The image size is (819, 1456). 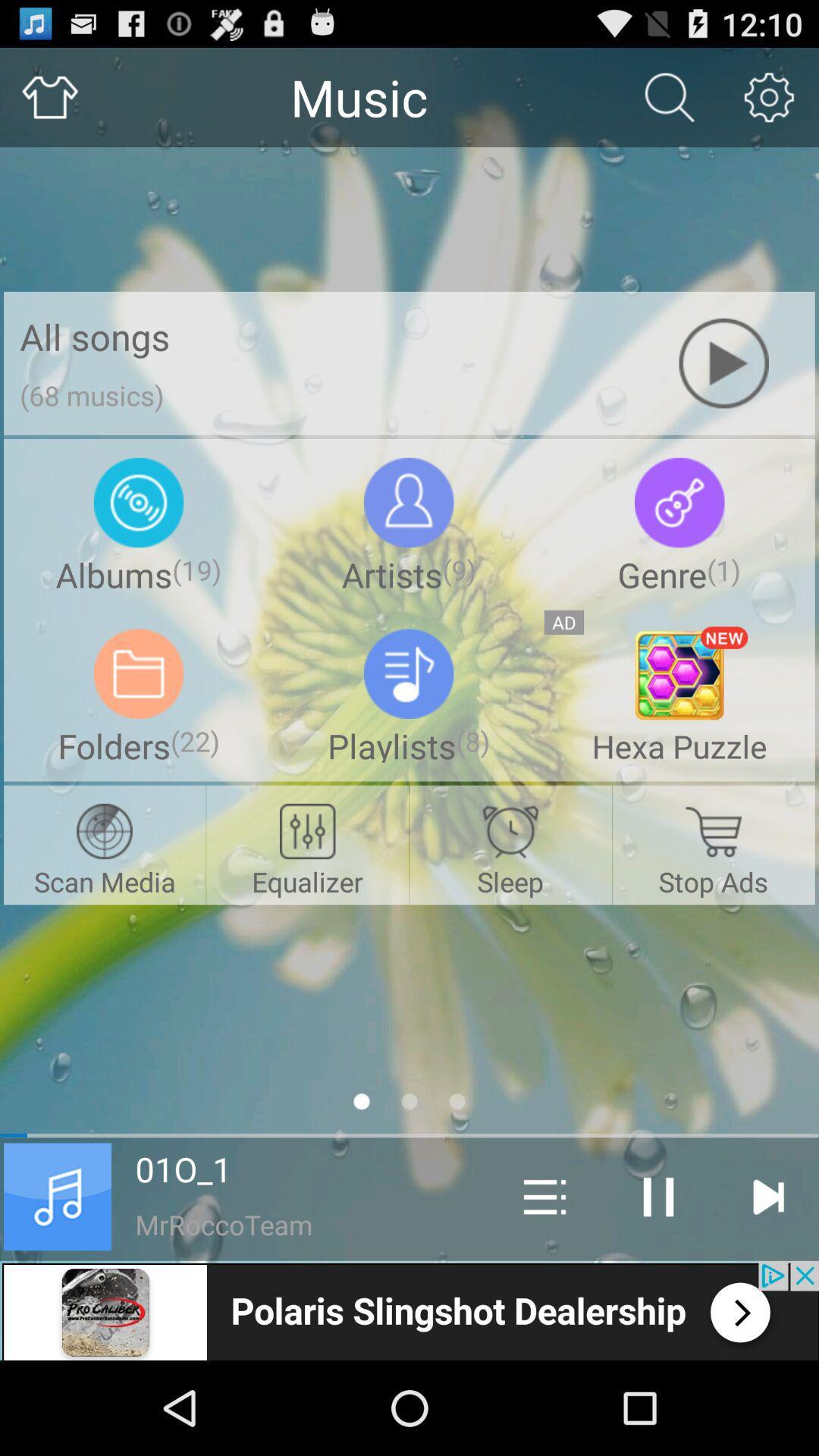 What do you see at coordinates (657, 1280) in the screenshot?
I see `the pause icon` at bounding box center [657, 1280].